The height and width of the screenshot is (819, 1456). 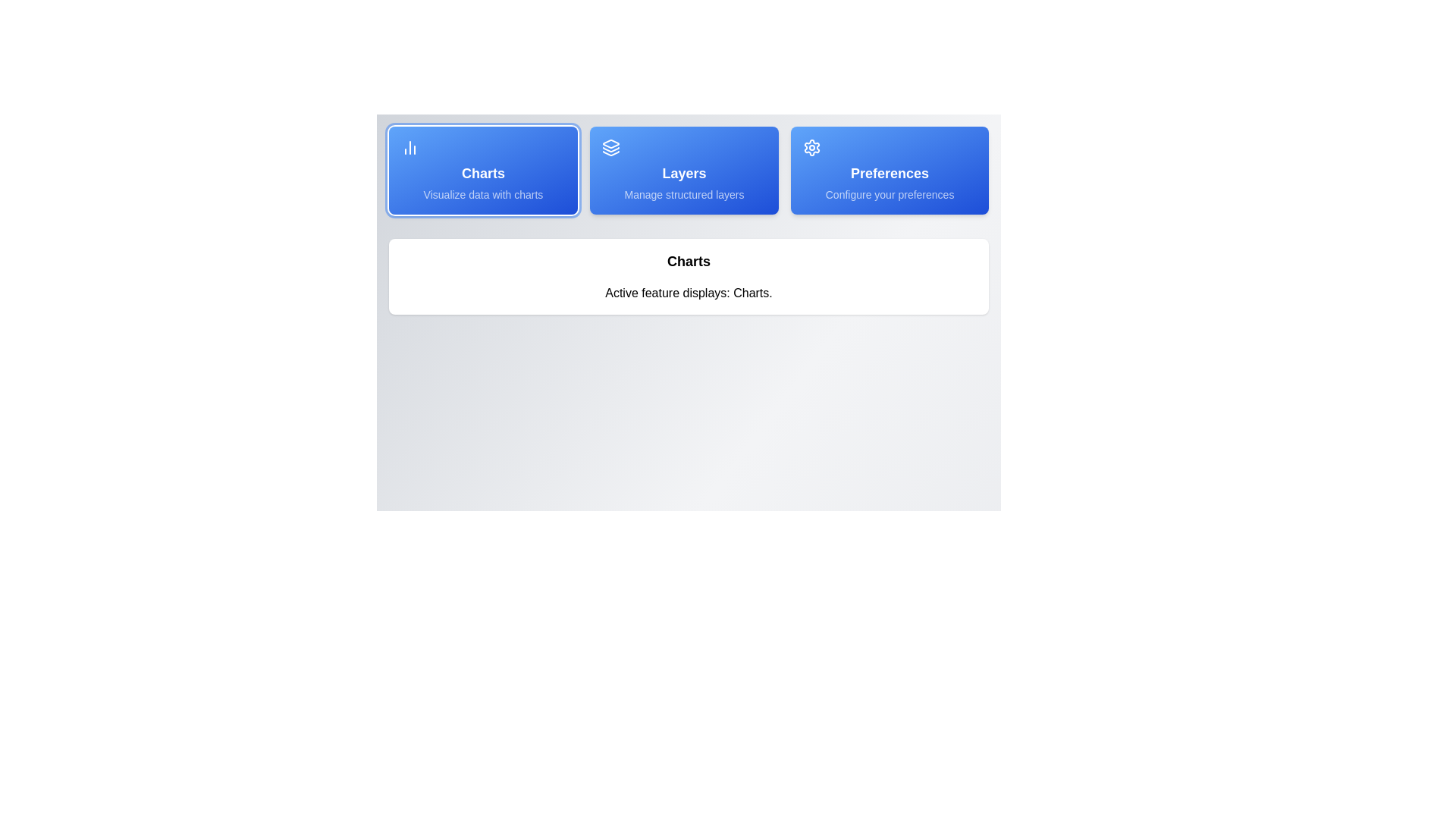 I want to click on the 'Layers' icon located, so click(x=611, y=148).